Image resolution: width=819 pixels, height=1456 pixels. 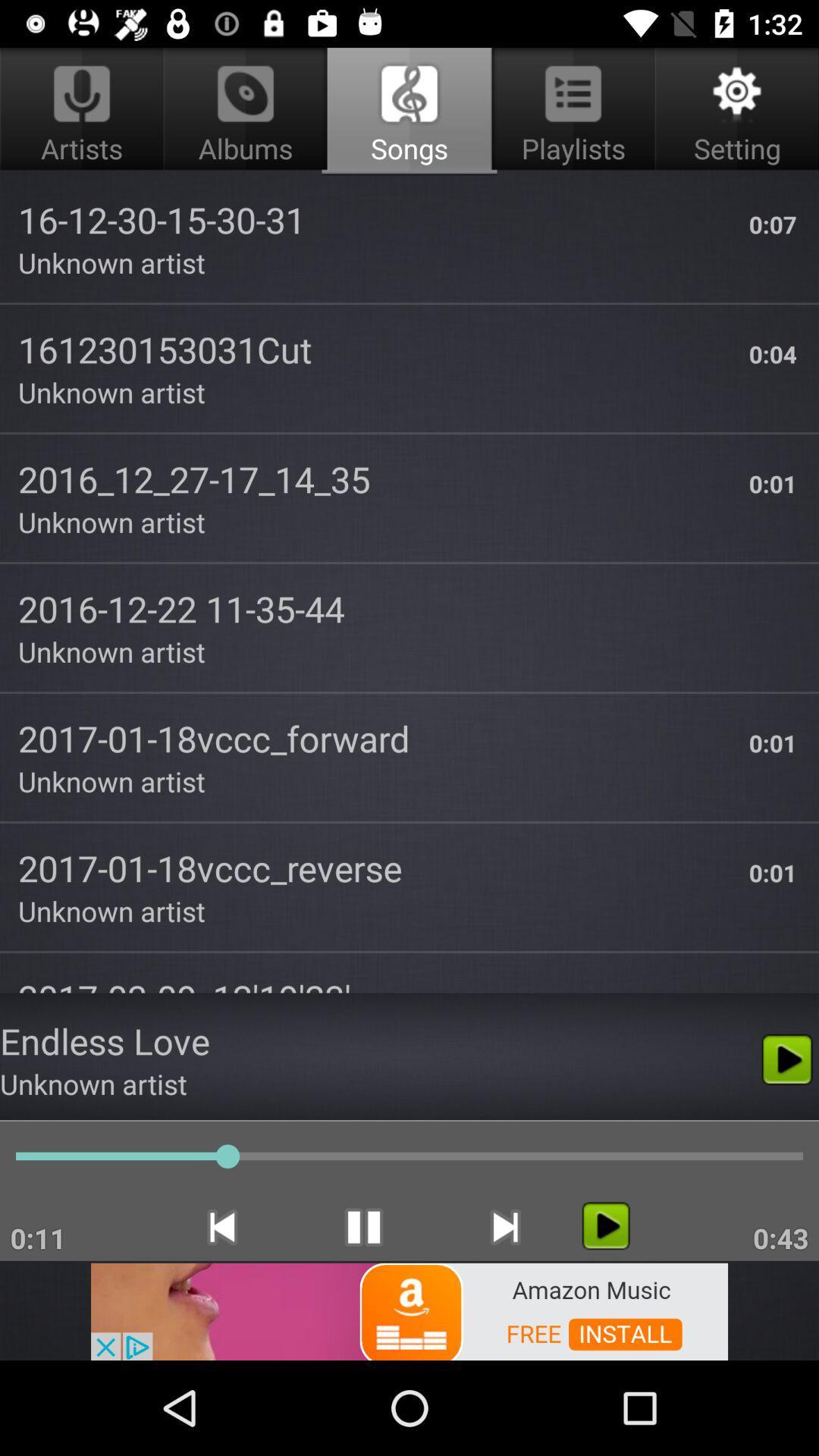 I want to click on the song option, so click(x=605, y=1225).